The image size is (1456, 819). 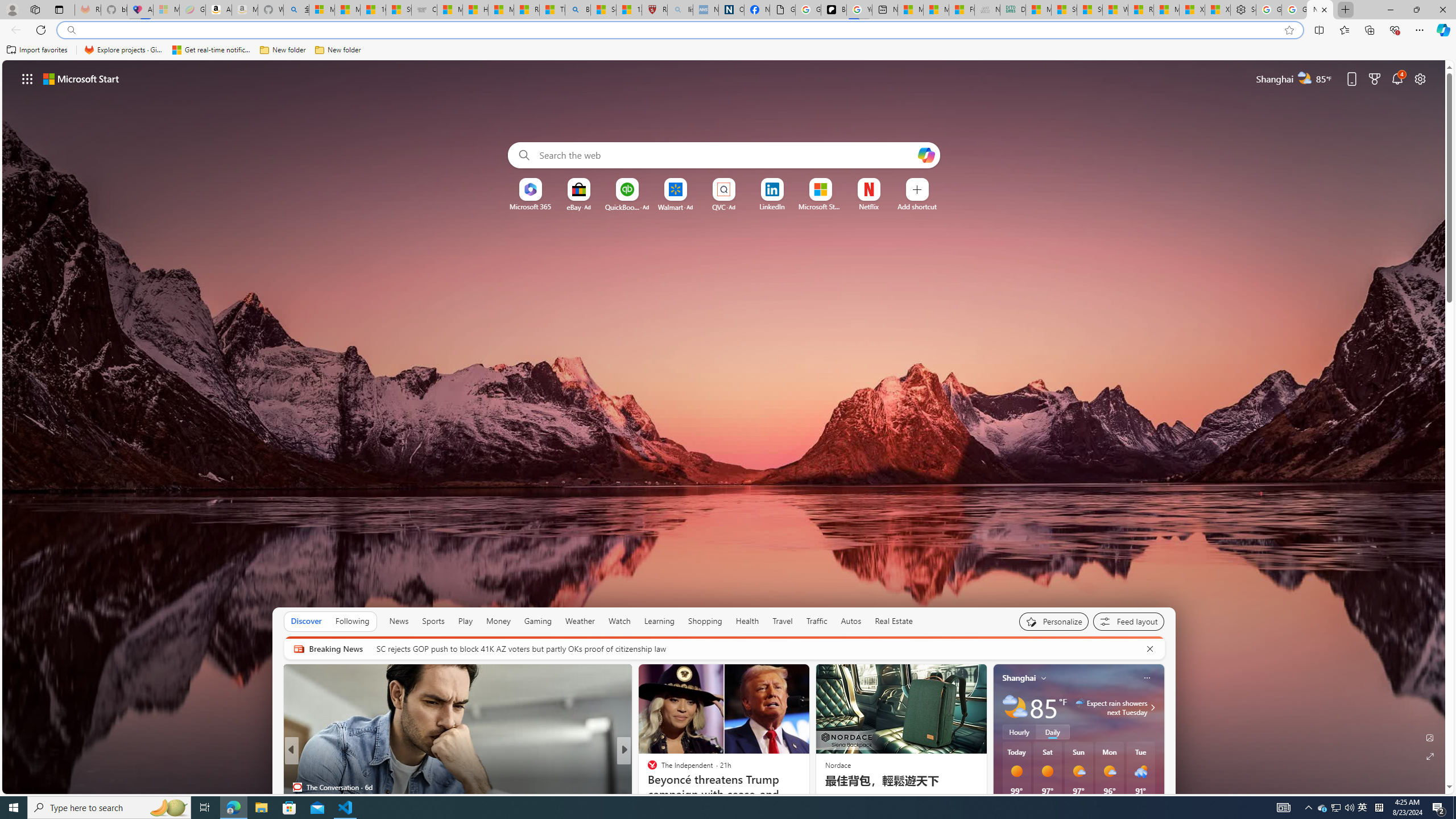 What do you see at coordinates (1015, 708) in the screenshot?
I see `'Partly cloudy'` at bounding box center [1015, 708].